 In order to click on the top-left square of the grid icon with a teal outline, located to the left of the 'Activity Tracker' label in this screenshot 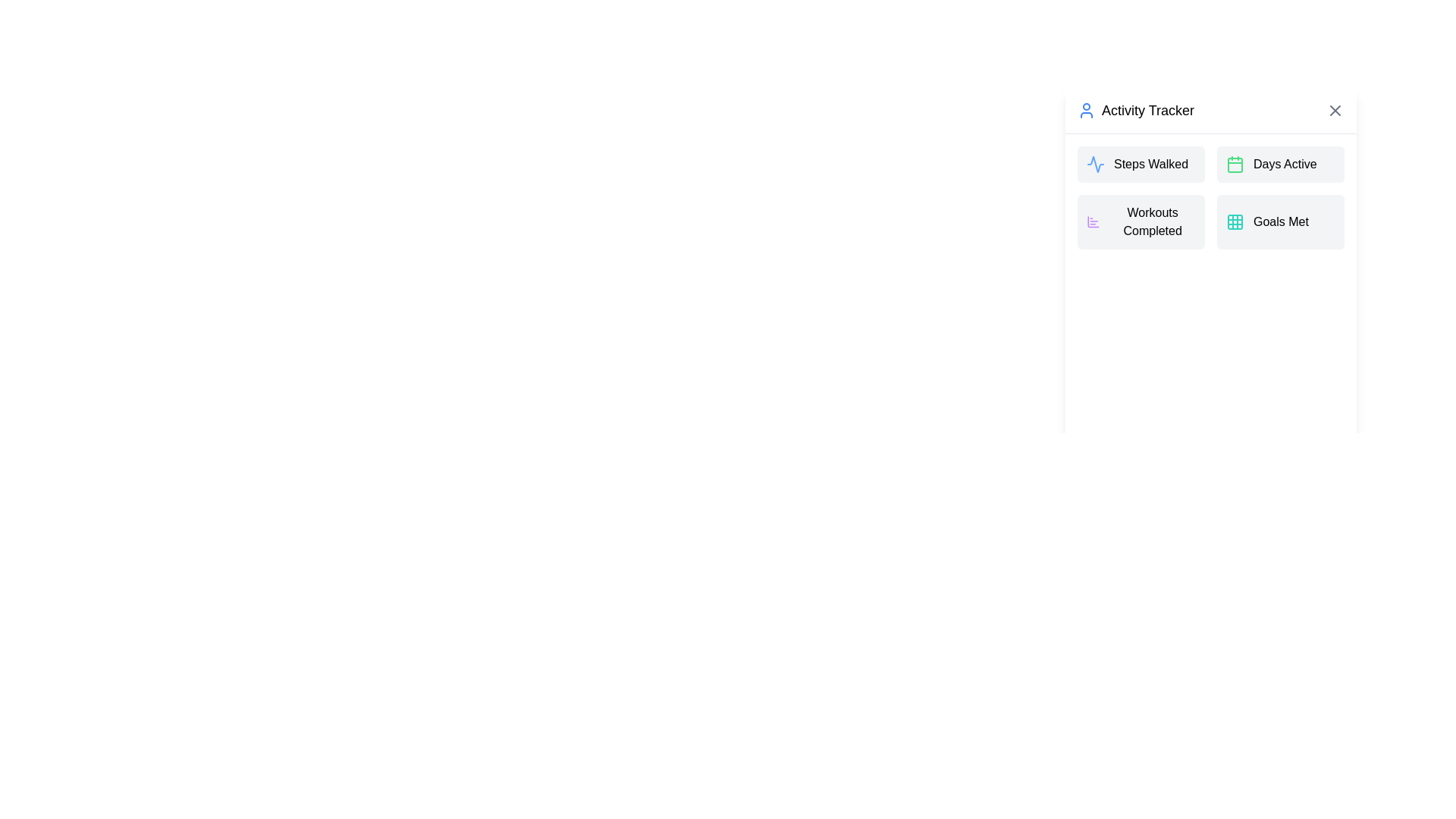, I will do `click(1235, 222)`.